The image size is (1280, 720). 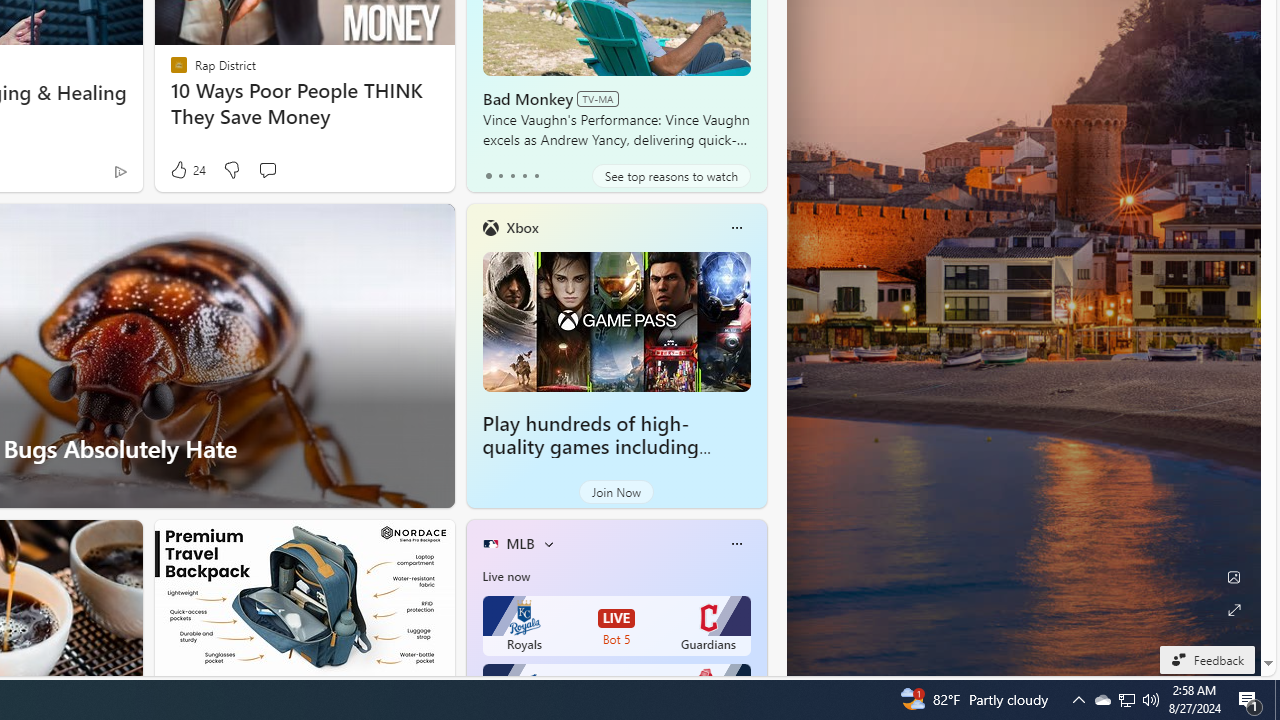 I want to click on 'tab-2', so click(x=512, y=175).